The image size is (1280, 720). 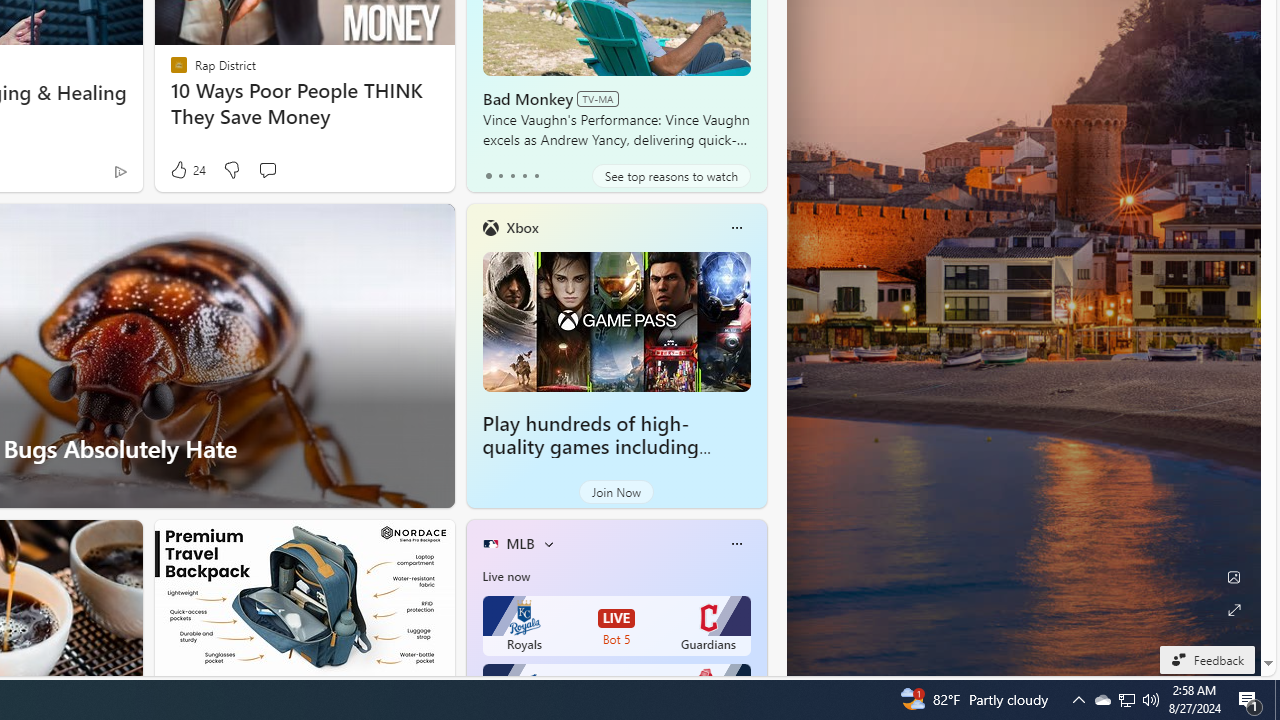 I want to click on 'tab-2', so click(x=512, y=175).